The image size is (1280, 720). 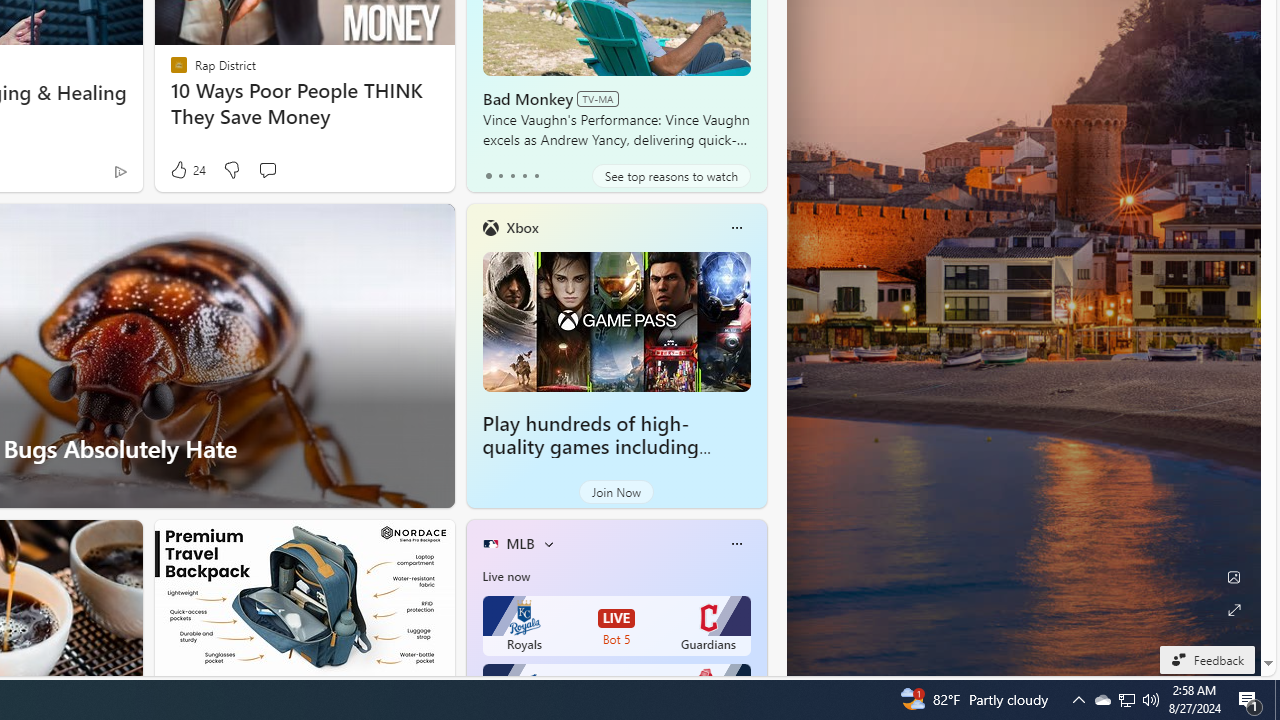 I want to click on 'tab-2', so click(x=512, y=175).